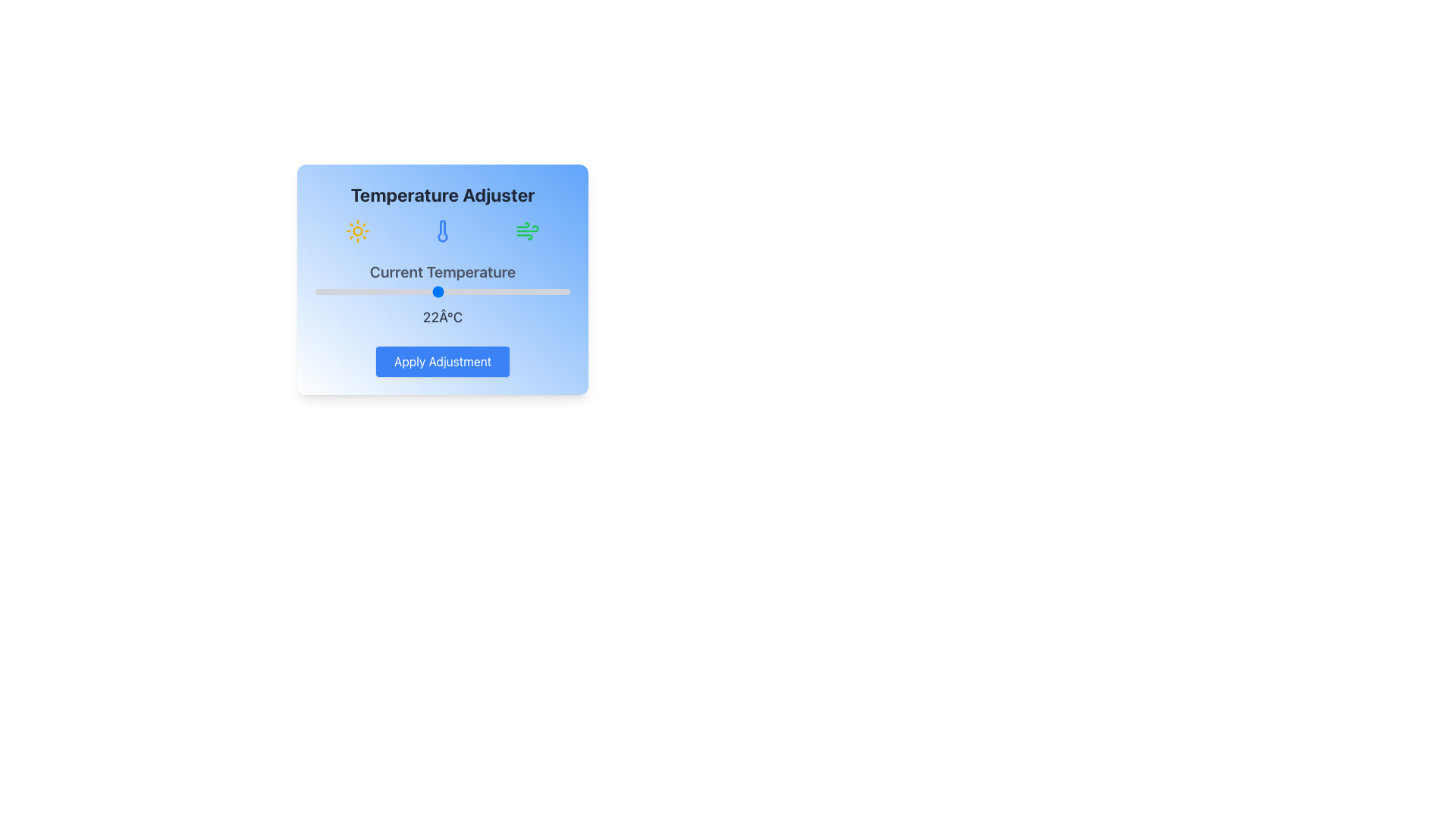  Describe the element at coordinates (417, 292) in the screenshot. I see `temperature` at that location.